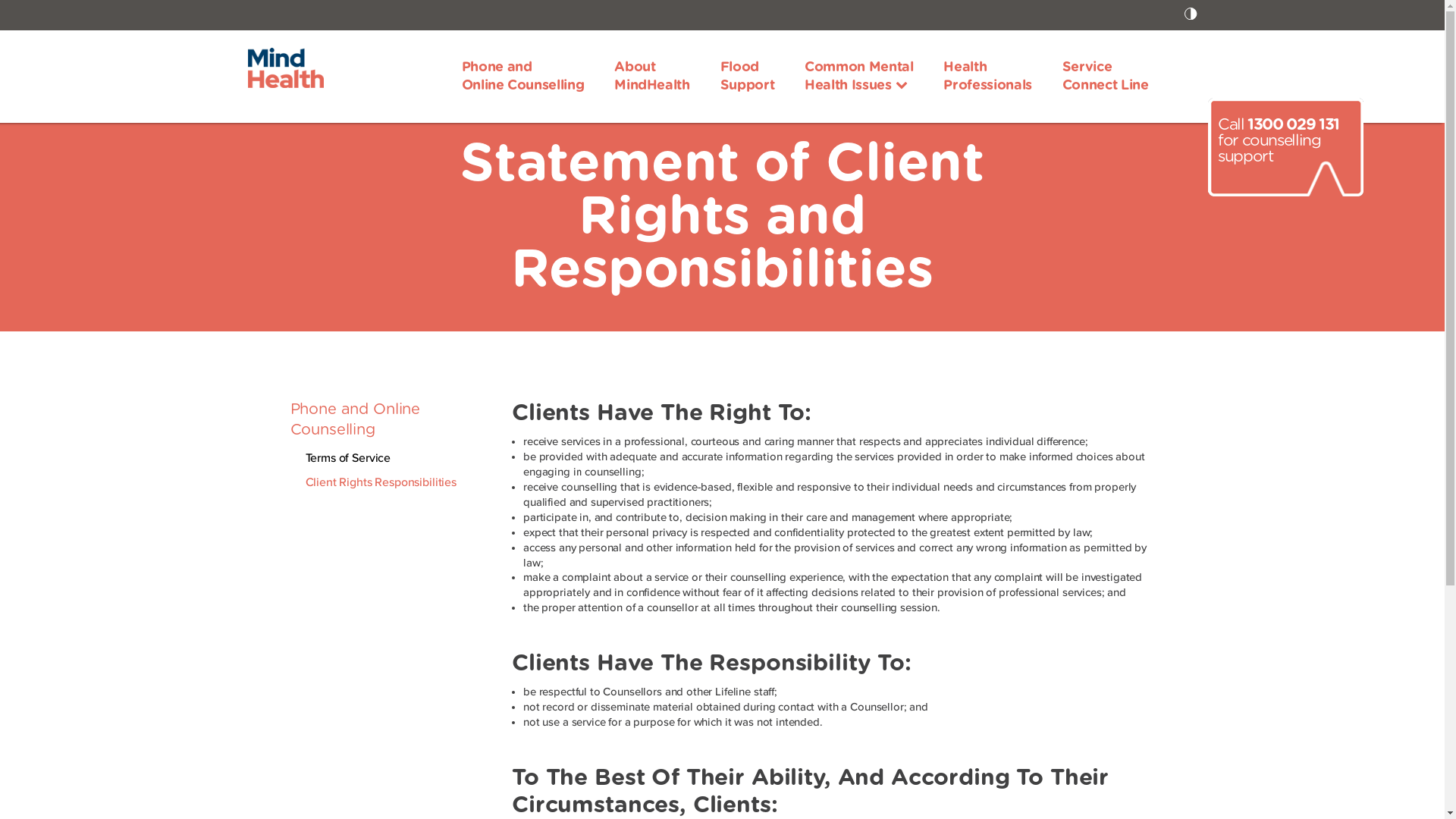 Image resolution: width=1456 pixels, height=819 pixels. What do you see at coordinates (523, 77) in the screenshot?
I see `'Phone and` at bounding box center [523, 77].